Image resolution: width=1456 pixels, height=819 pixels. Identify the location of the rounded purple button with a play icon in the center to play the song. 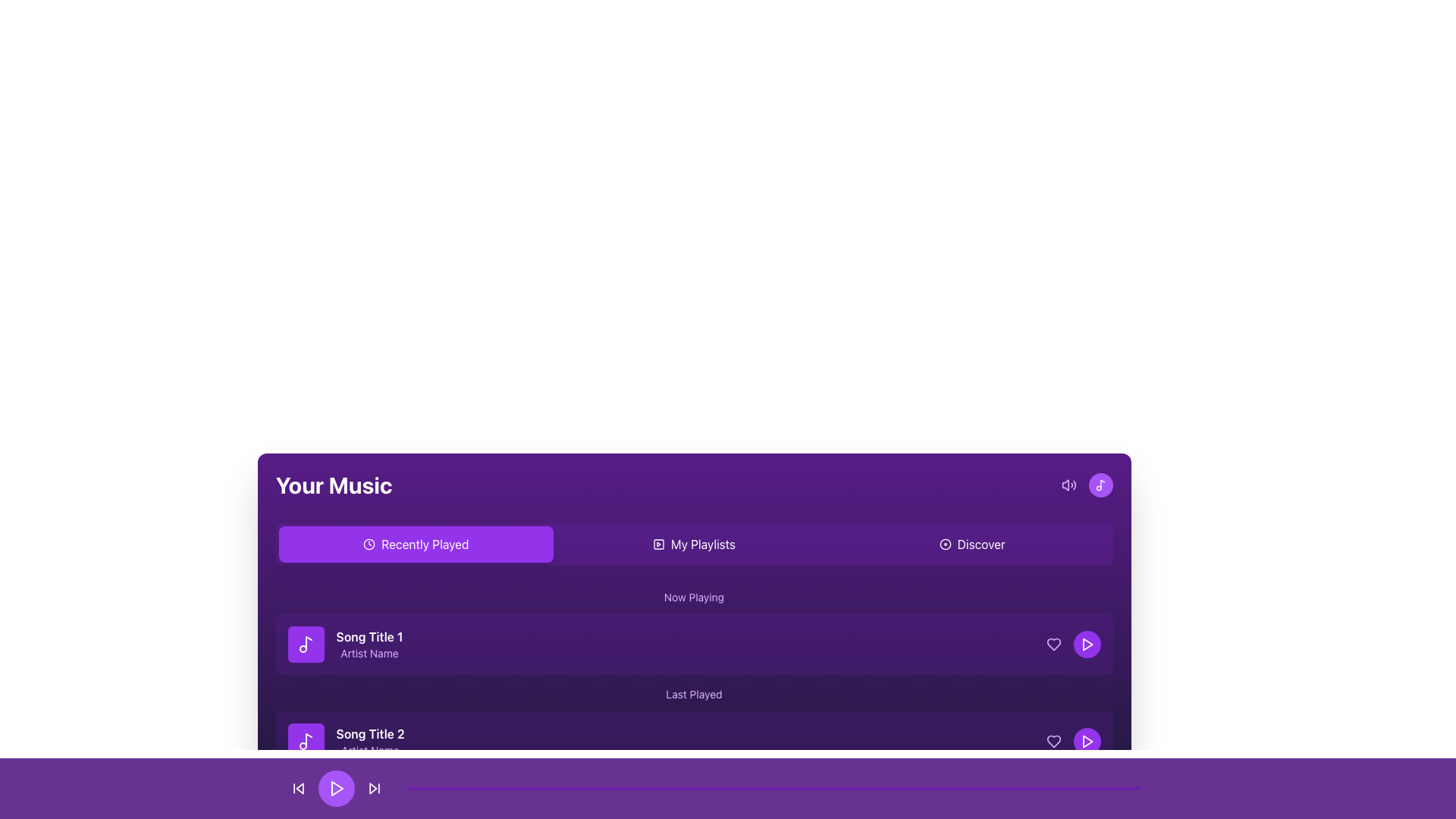
(1086, 741).